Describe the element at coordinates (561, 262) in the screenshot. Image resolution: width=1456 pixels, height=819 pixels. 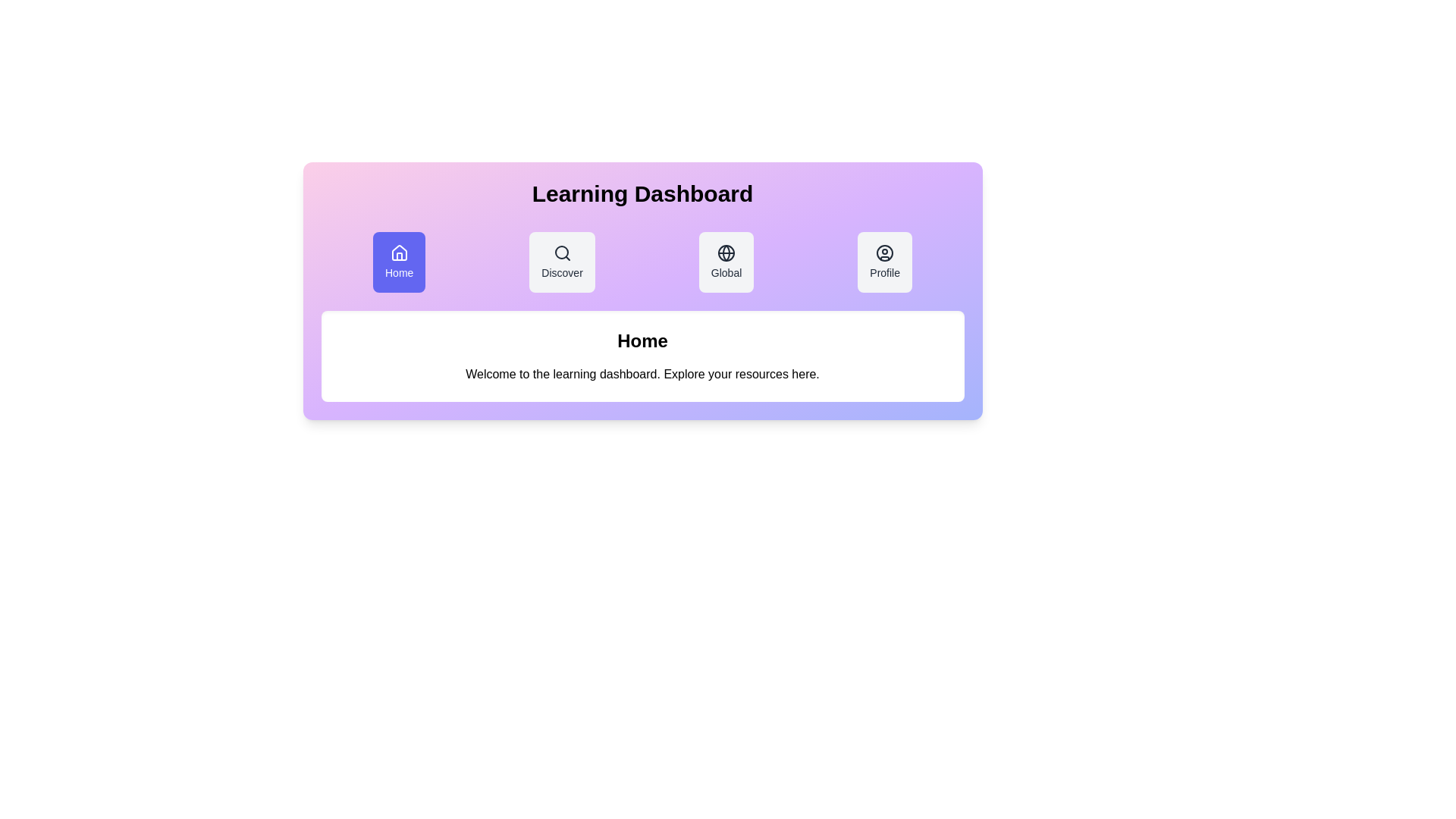
I see `the Discover tab by clicking on it` at that location.